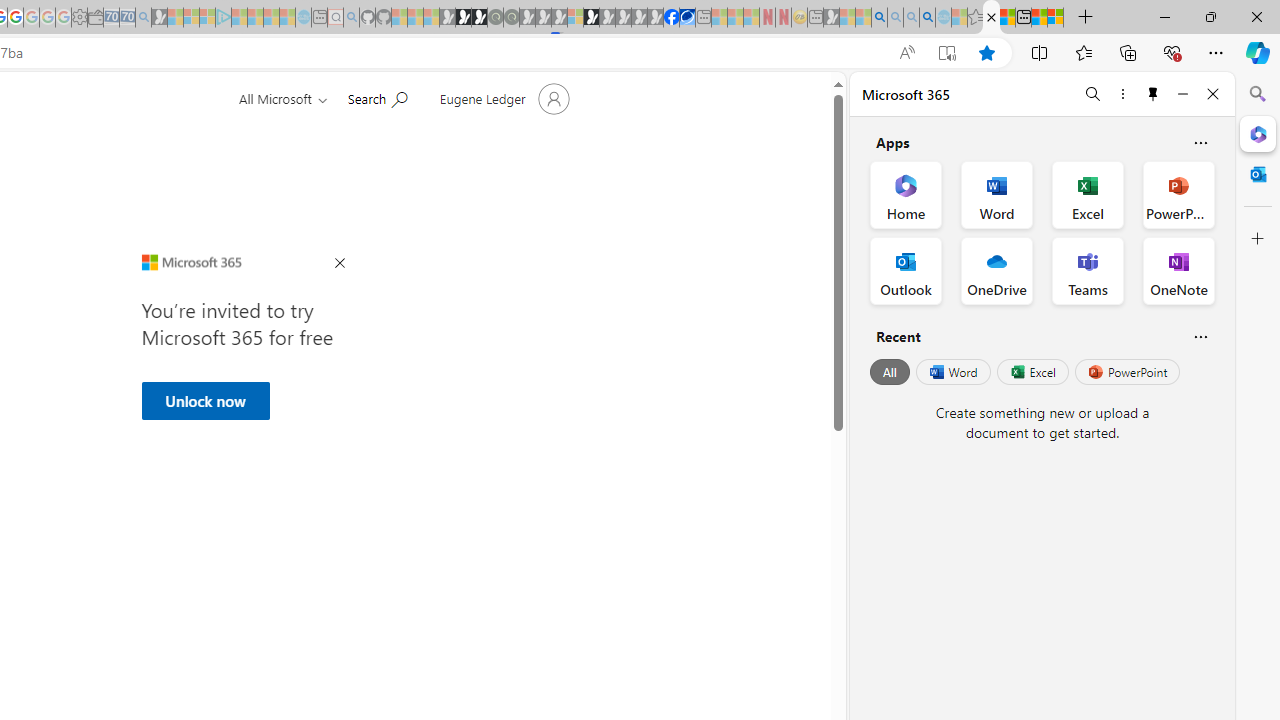 This screenshot has height=720, width=1280. Describe the element at coordinates (905, 271) in the screenshot. I see `'Outlook Office App'` at that location.